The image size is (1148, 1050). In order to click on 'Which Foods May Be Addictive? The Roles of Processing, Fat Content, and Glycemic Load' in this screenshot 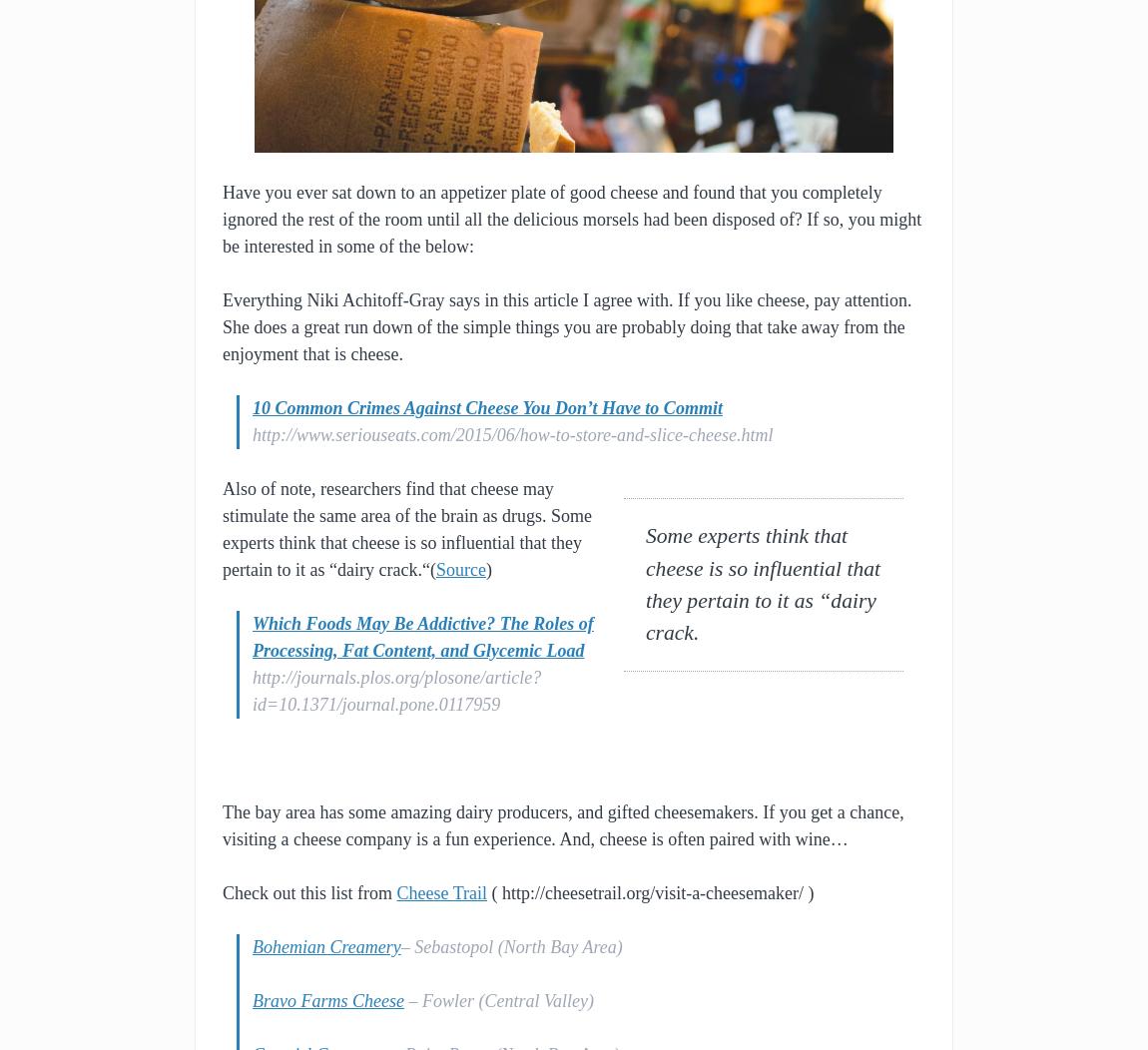, I will do `click(422, 637)`.